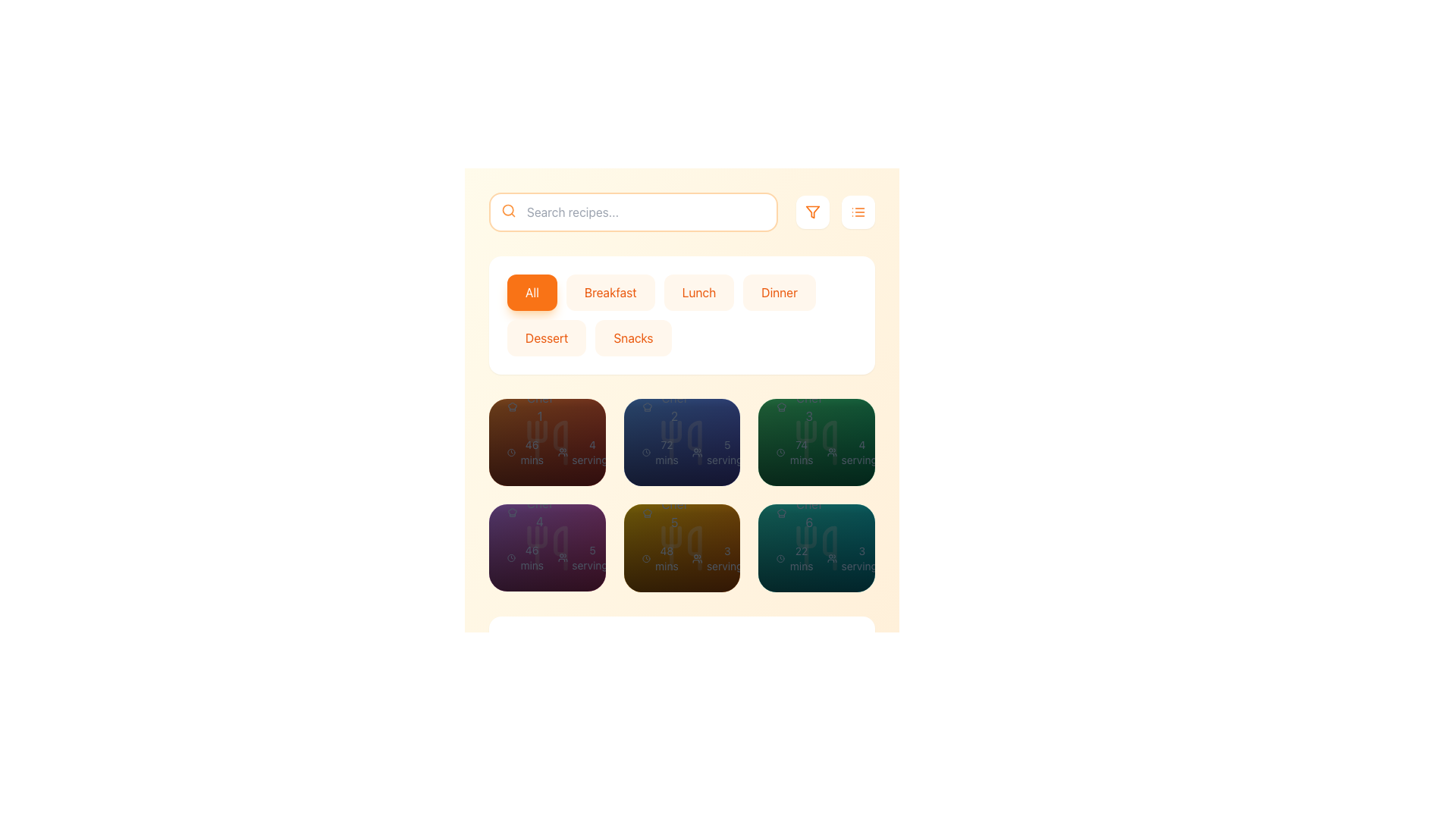  I want to click on the share button located in the bottom-right corner of the grid of recipe cards, specifically in the third column and second row, so click(862, 548).